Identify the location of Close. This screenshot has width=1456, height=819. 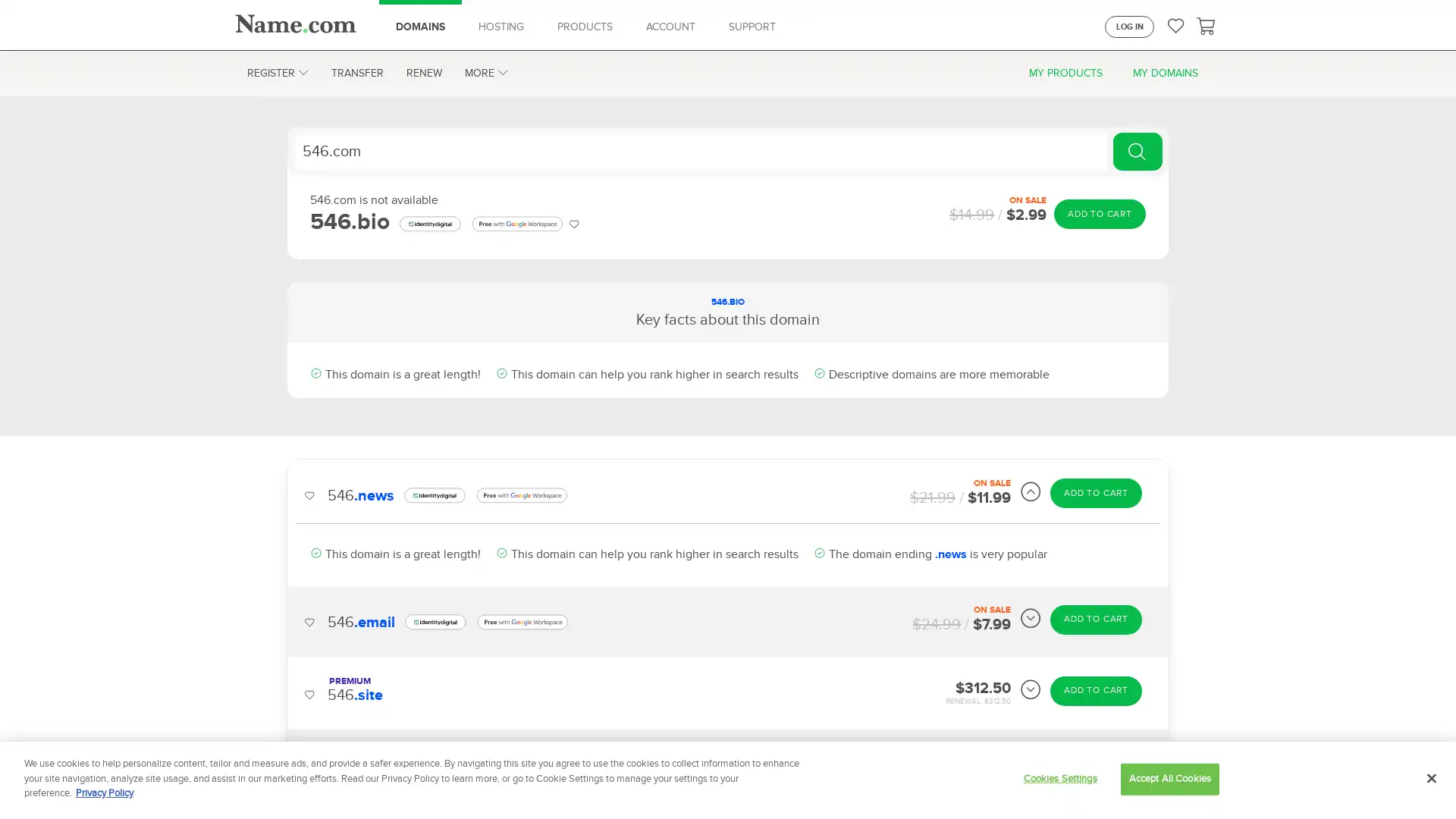
(1430, 778).